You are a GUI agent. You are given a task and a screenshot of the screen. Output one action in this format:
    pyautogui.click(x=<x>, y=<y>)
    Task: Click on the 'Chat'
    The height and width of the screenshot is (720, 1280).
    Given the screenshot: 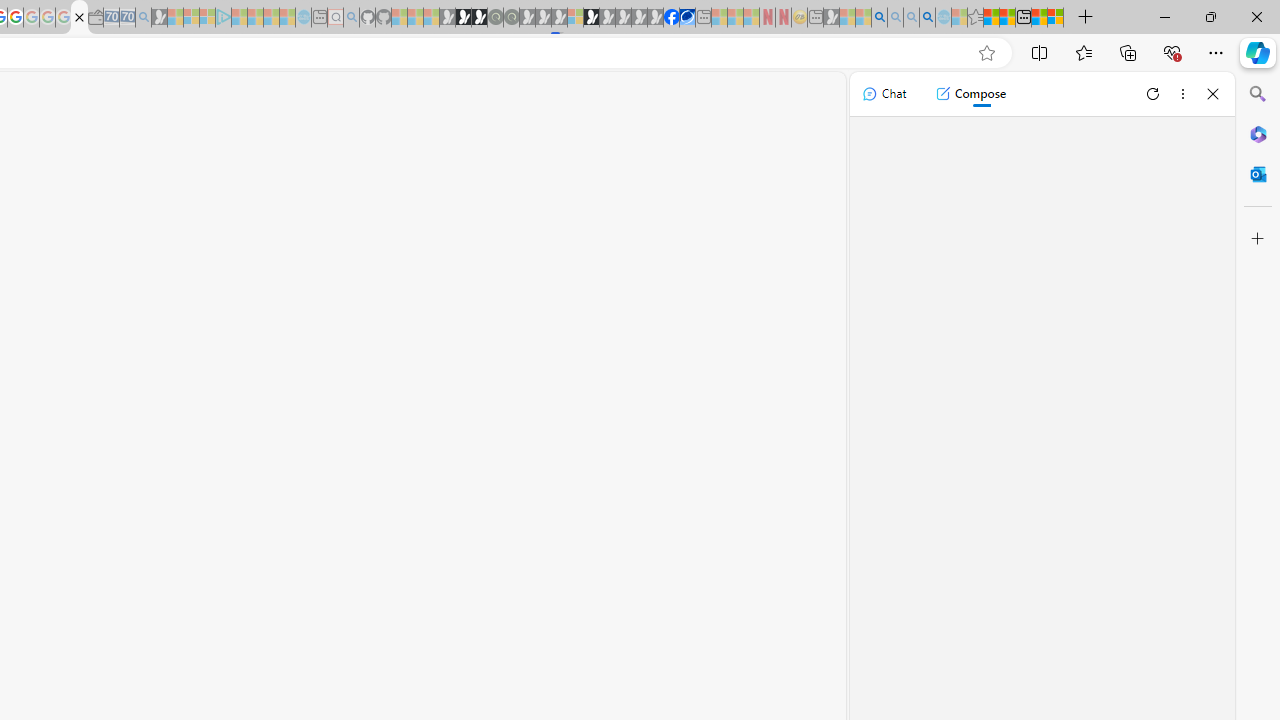 What is the action you would take?
    pyautogui.click(x=883, y=93)
    